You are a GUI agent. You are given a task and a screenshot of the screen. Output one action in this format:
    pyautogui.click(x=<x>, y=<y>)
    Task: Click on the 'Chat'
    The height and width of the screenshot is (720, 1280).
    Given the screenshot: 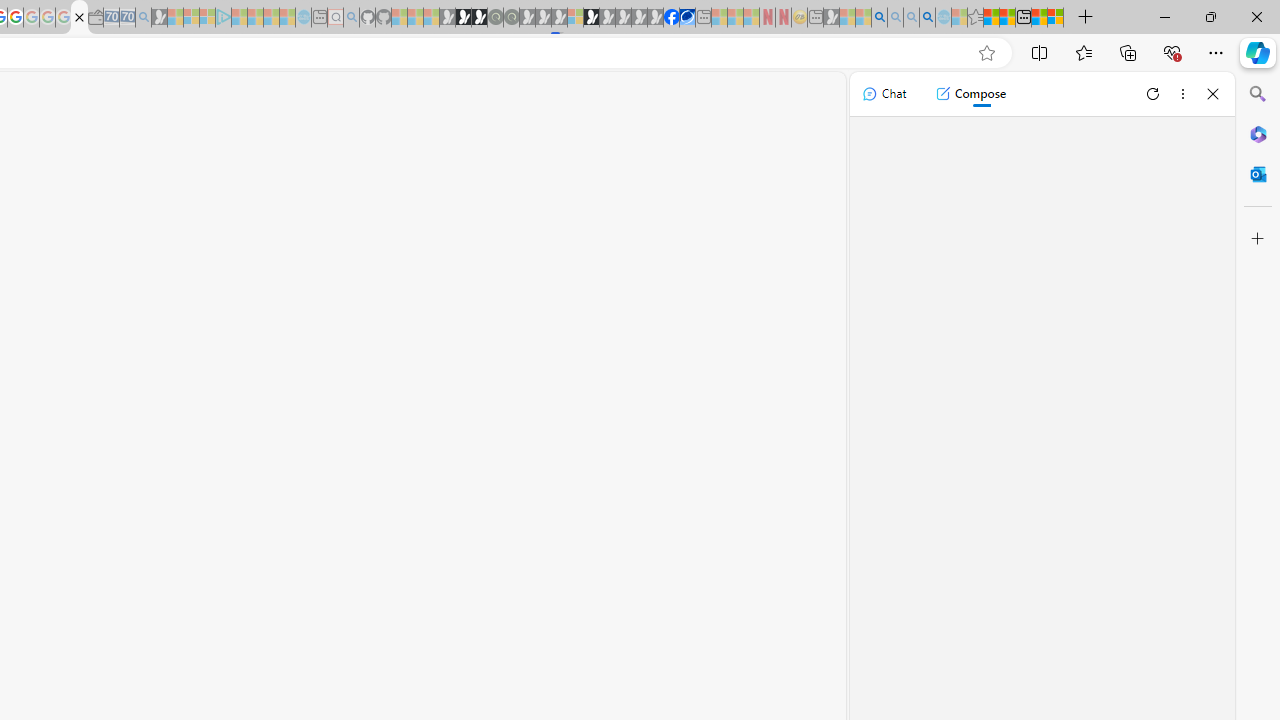 What is the action you would take?
    pyautogui.click(x=883, y=93)
    